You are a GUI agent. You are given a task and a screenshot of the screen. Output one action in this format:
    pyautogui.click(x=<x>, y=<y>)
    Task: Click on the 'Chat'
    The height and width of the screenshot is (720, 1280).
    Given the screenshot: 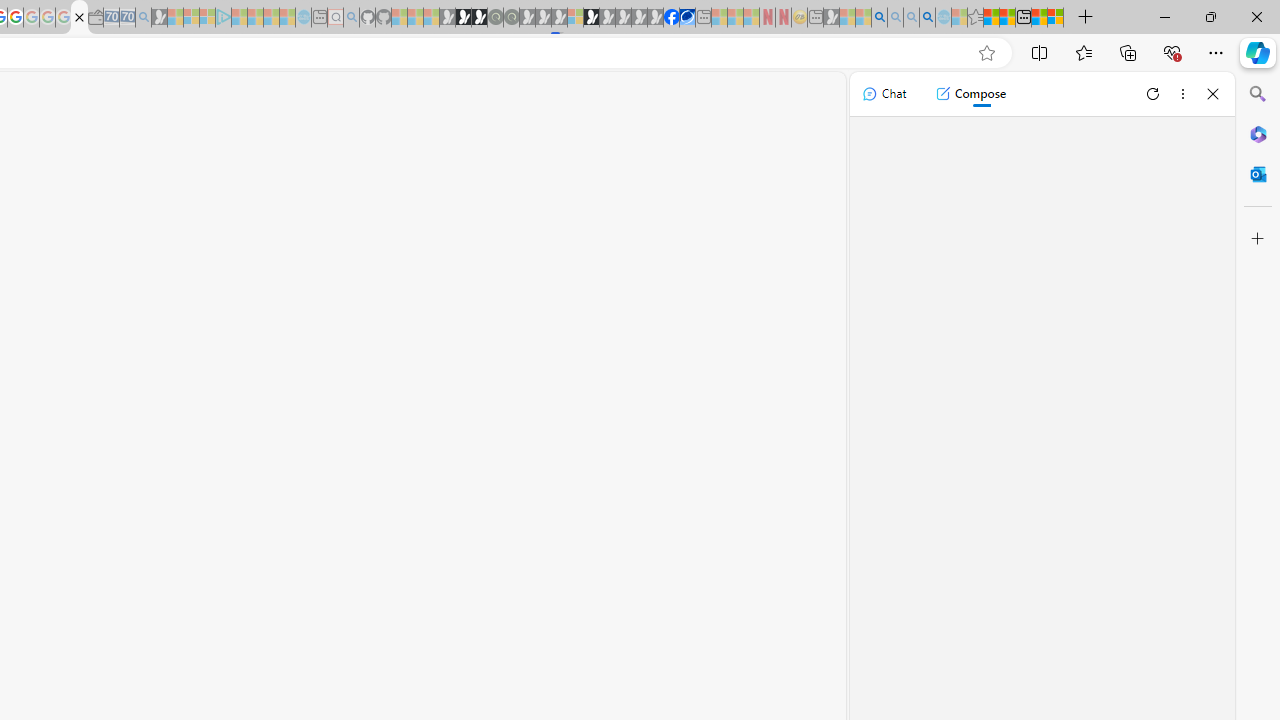 What is the action you would take?
    pyautogui.click(x=883, y=93)
    